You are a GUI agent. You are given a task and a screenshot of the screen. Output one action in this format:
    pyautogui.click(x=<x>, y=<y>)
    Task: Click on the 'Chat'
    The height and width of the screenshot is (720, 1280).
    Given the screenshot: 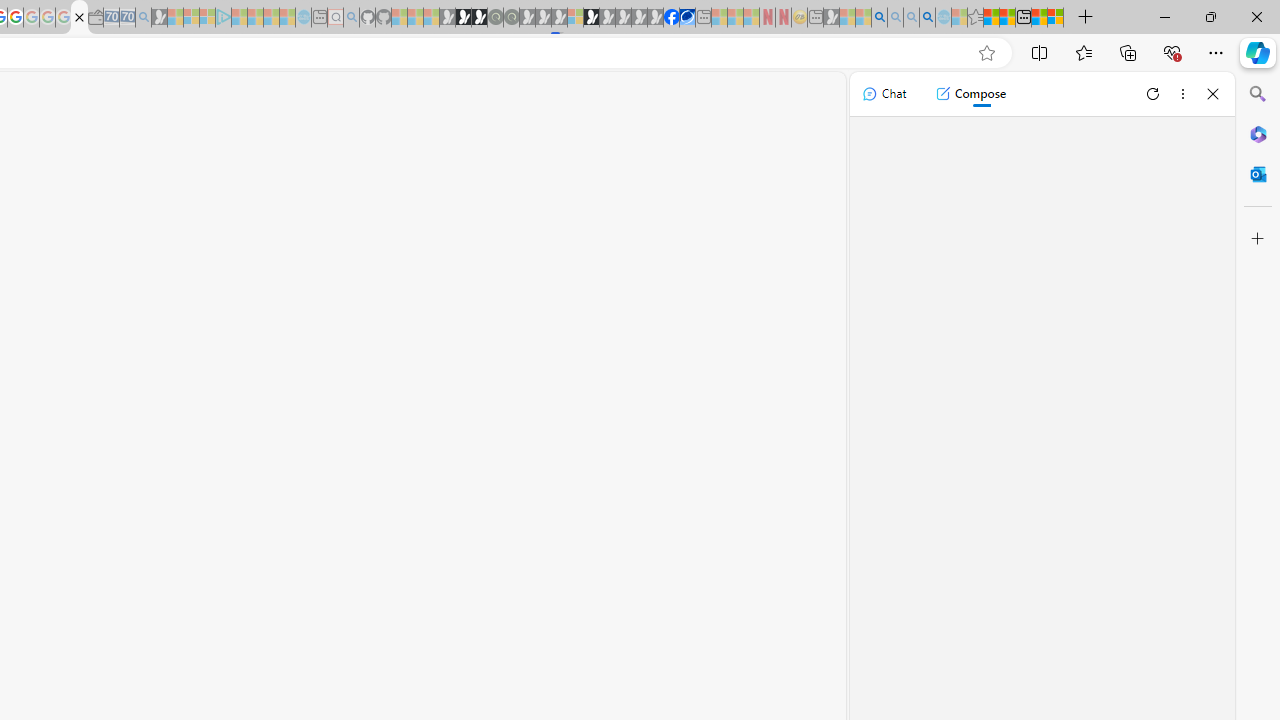 What is the action you would take?
    pyautogui.click(x=883, y=93)
    